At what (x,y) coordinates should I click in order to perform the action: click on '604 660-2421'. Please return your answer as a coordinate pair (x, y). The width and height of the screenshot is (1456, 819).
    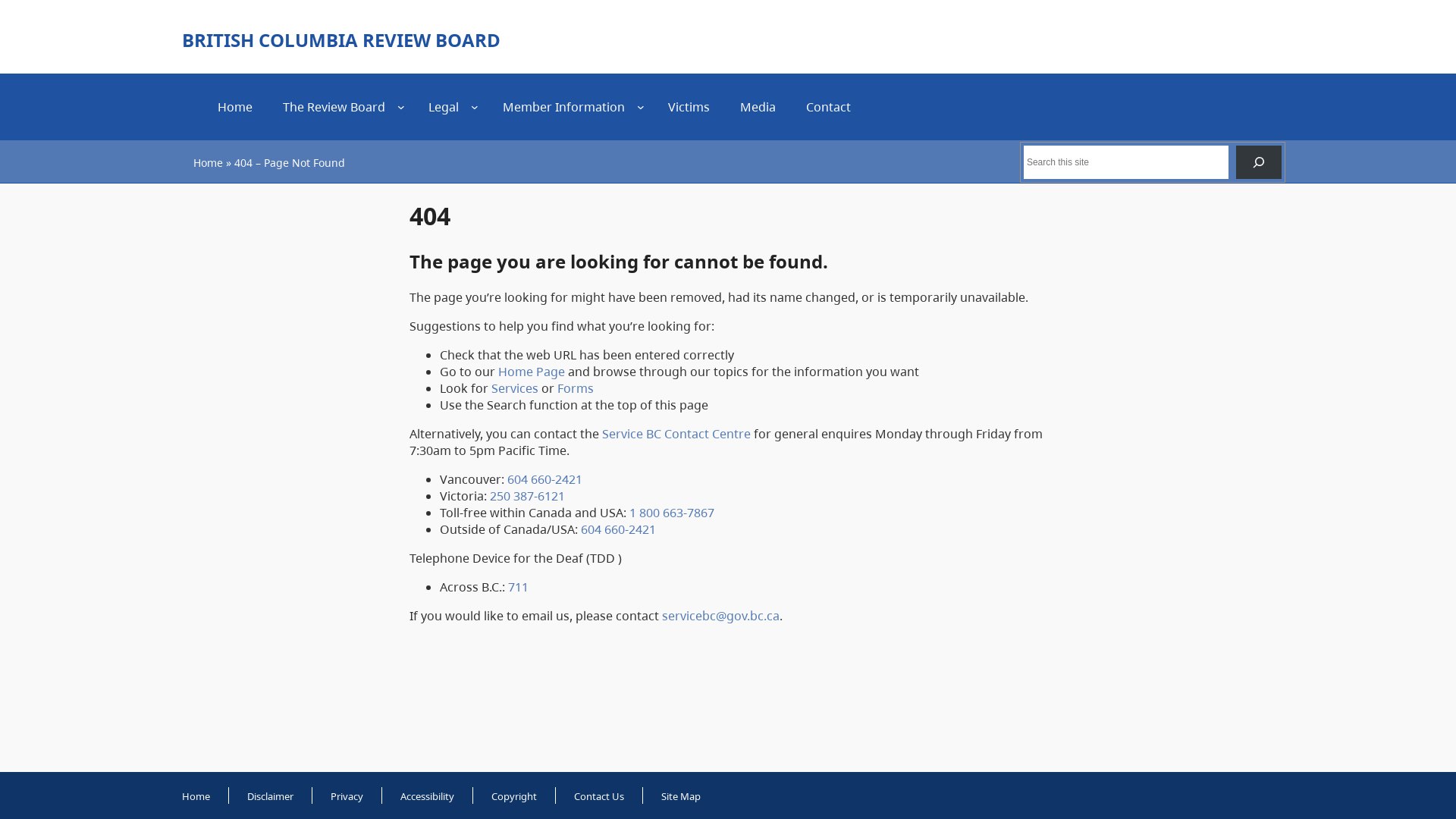
    Looking at the image, I should click on (618, 529).